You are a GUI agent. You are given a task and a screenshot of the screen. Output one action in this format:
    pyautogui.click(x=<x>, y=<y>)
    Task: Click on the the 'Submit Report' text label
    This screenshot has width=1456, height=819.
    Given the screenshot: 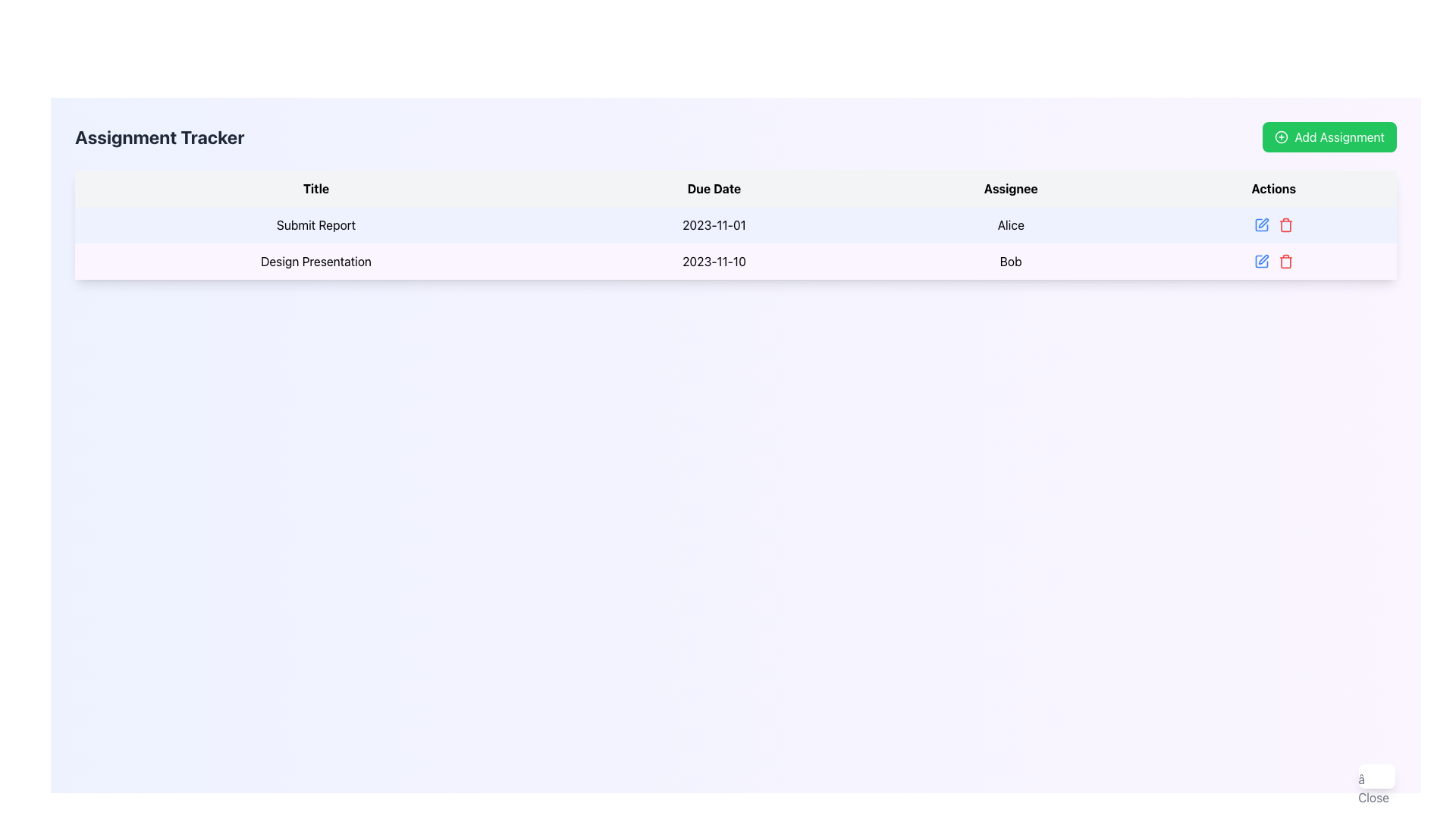 What is the action you would take?
    pyautogui.click(x=315, y=225)
    